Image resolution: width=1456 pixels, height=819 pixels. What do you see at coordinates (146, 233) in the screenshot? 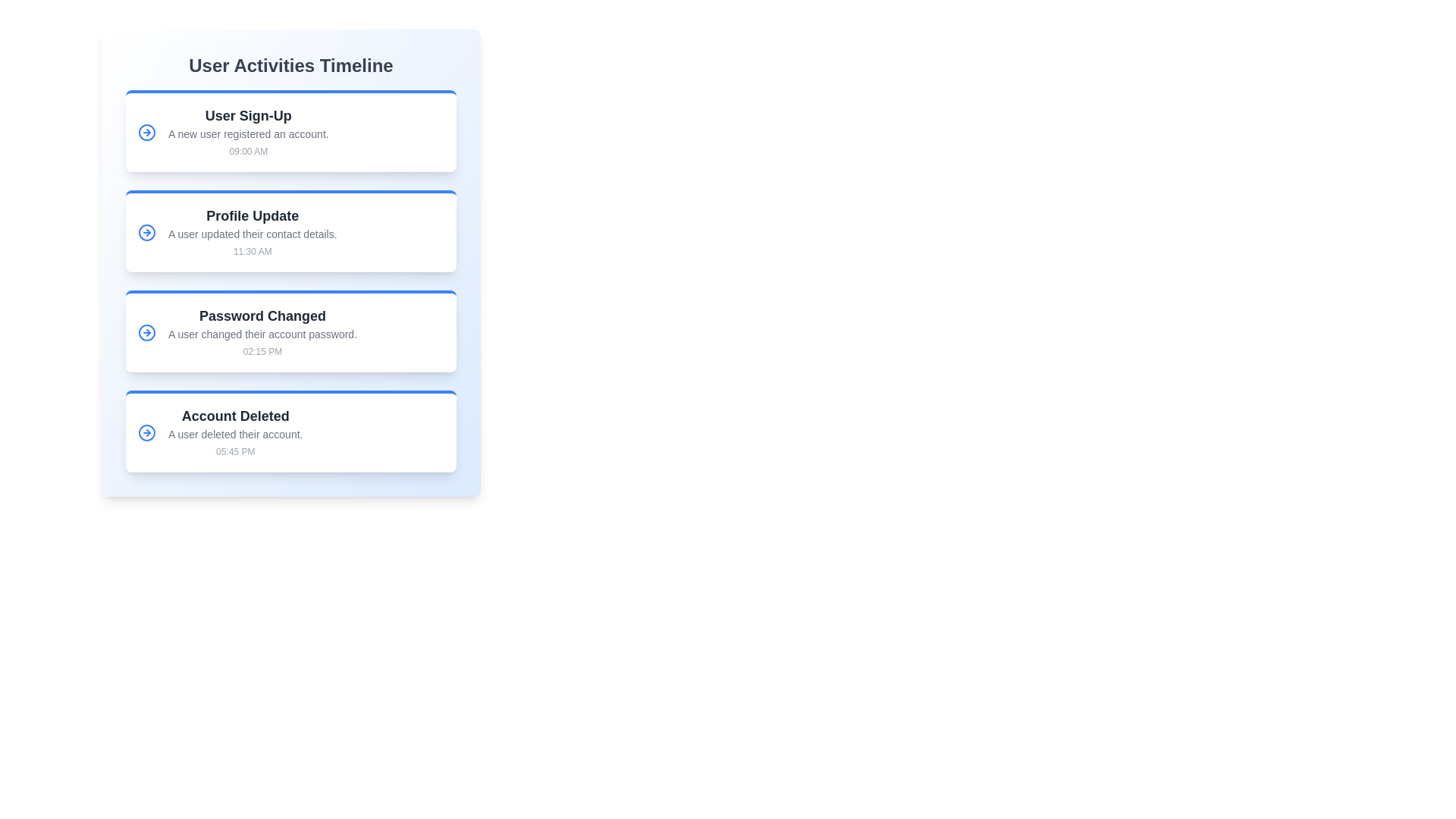
I see `the central circle of the circular arrow icon, which is styled with a thin, blue, rounded stroke and is located to the left of the 'Profile Update' text in the second activity box of the timeline interface` at bounding box center [146, 233].